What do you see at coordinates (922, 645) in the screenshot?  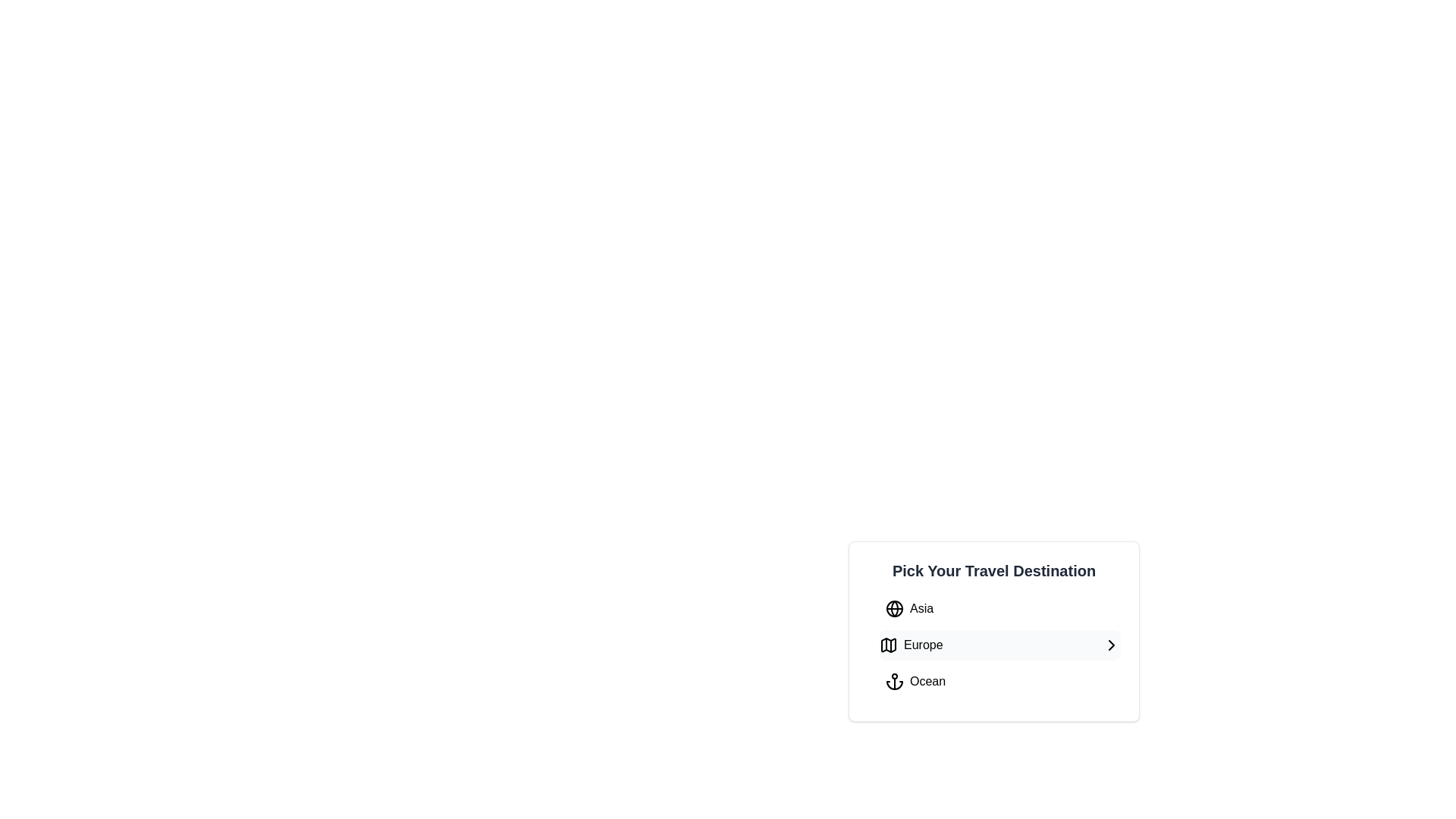 I see `the text label displaying 'Europe' in bold, black font` at bounding box center [922, 645].